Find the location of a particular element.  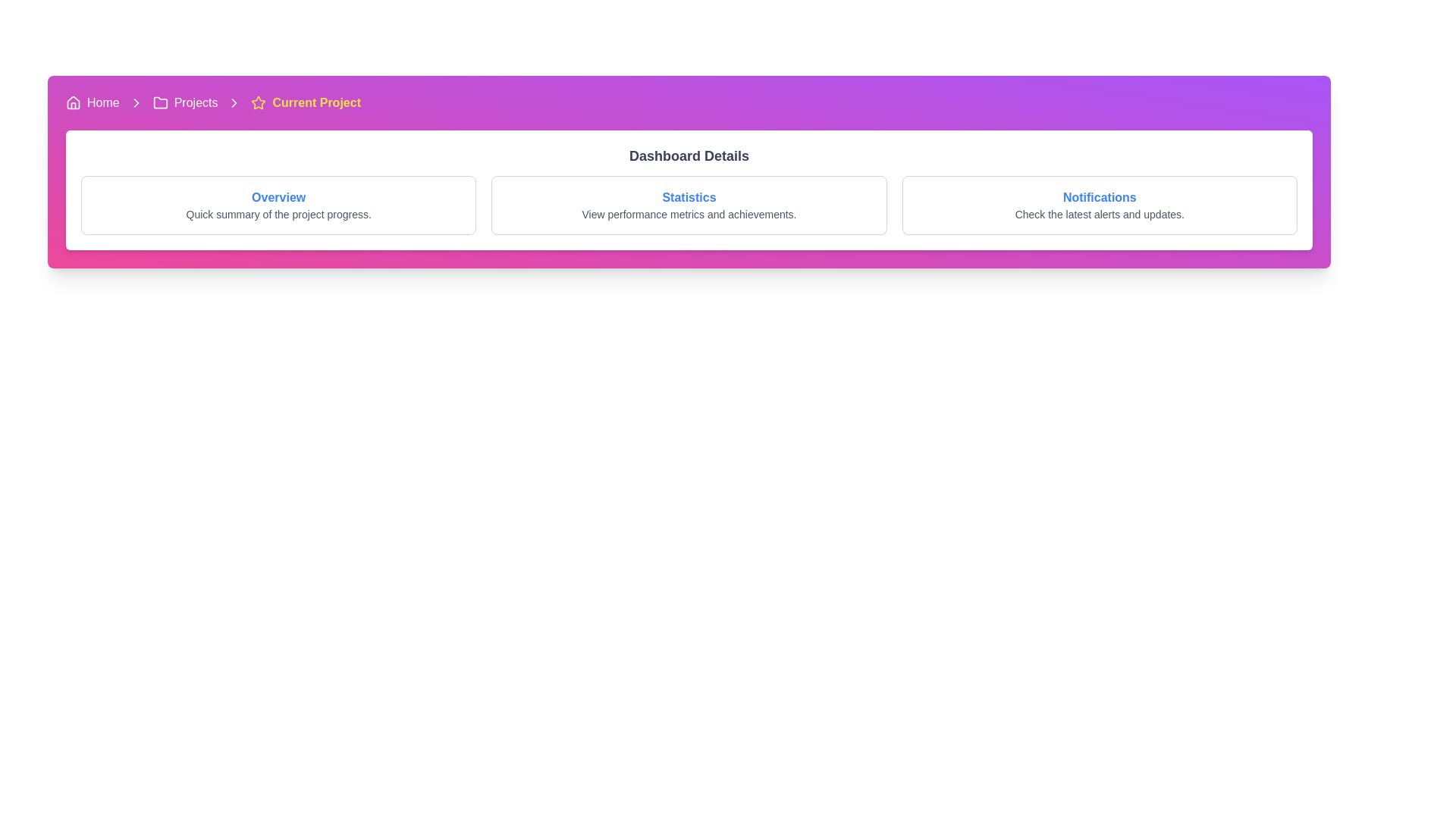

the 'Projects' icon in the breadcrumb navigation bar, which is the first element in the group containing a folder icon and a label reading 'Projects' is located at coordinates (160, 102).